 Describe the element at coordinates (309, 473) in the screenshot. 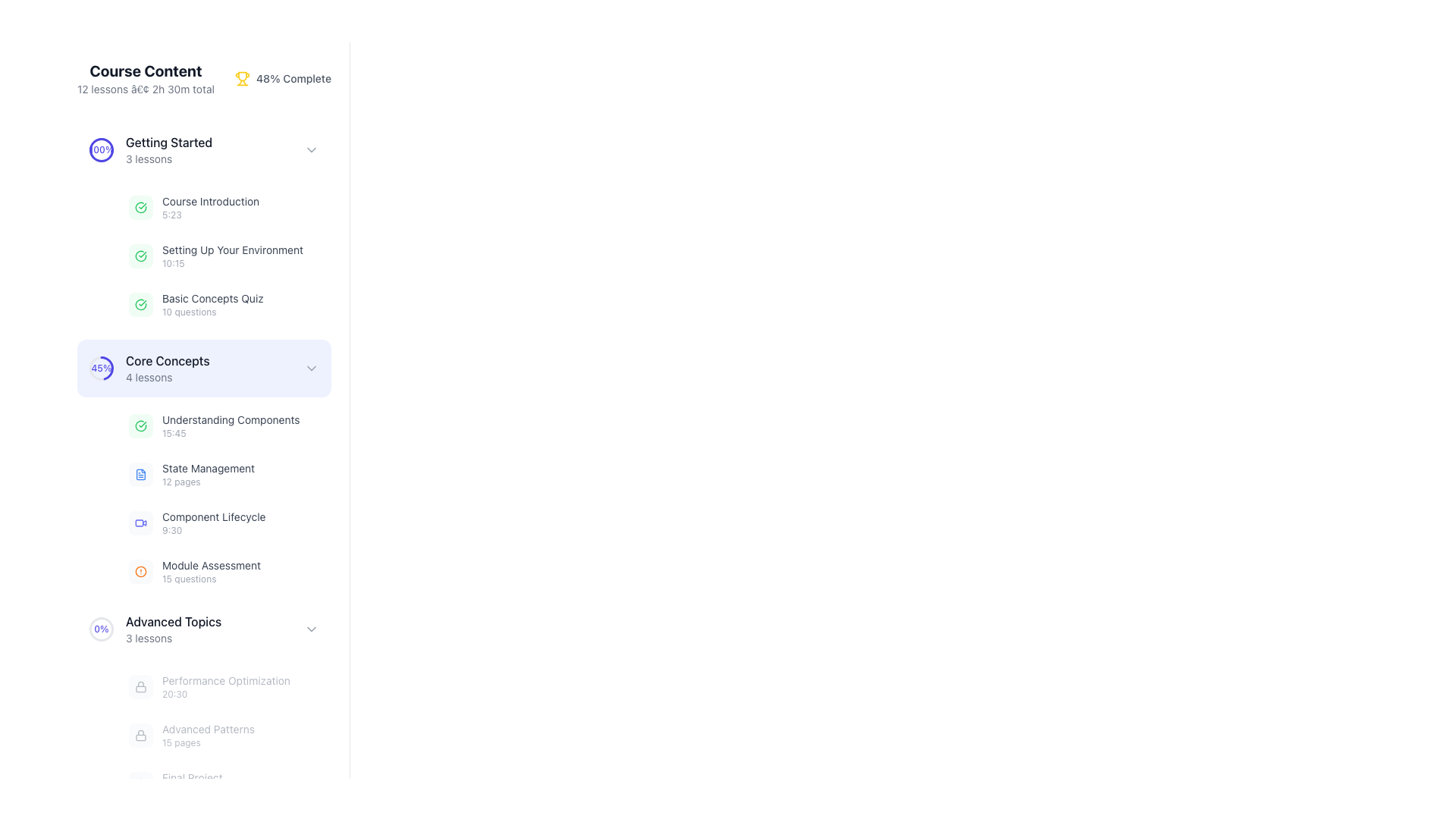

I see `the button located on the right-hand side of the 'State Management' row in the 'Core Concepts' section` at that location.